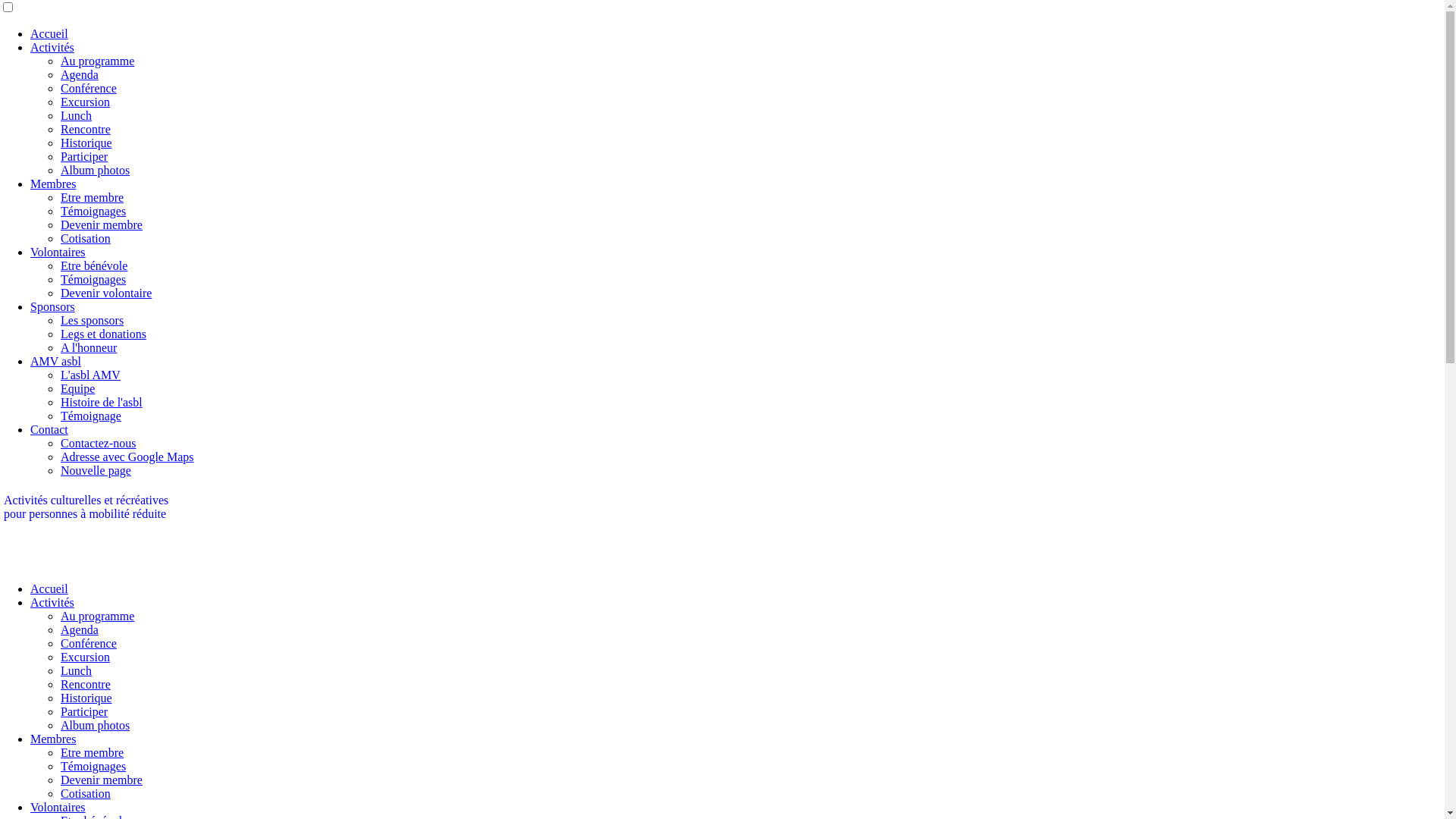  I want to click on 'Accueil', so click(49, 588).